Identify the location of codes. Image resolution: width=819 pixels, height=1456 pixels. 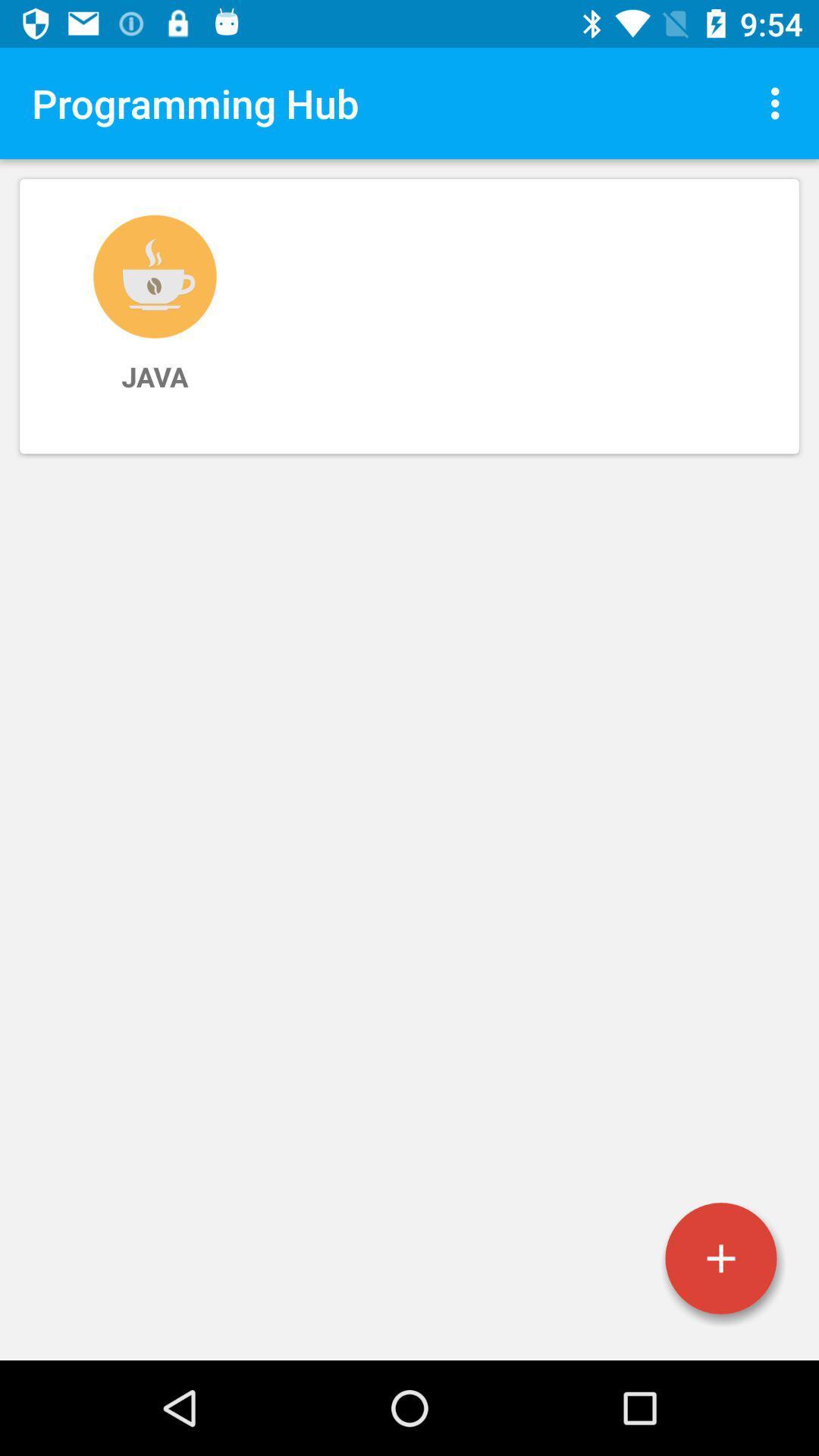
(720, 1258).